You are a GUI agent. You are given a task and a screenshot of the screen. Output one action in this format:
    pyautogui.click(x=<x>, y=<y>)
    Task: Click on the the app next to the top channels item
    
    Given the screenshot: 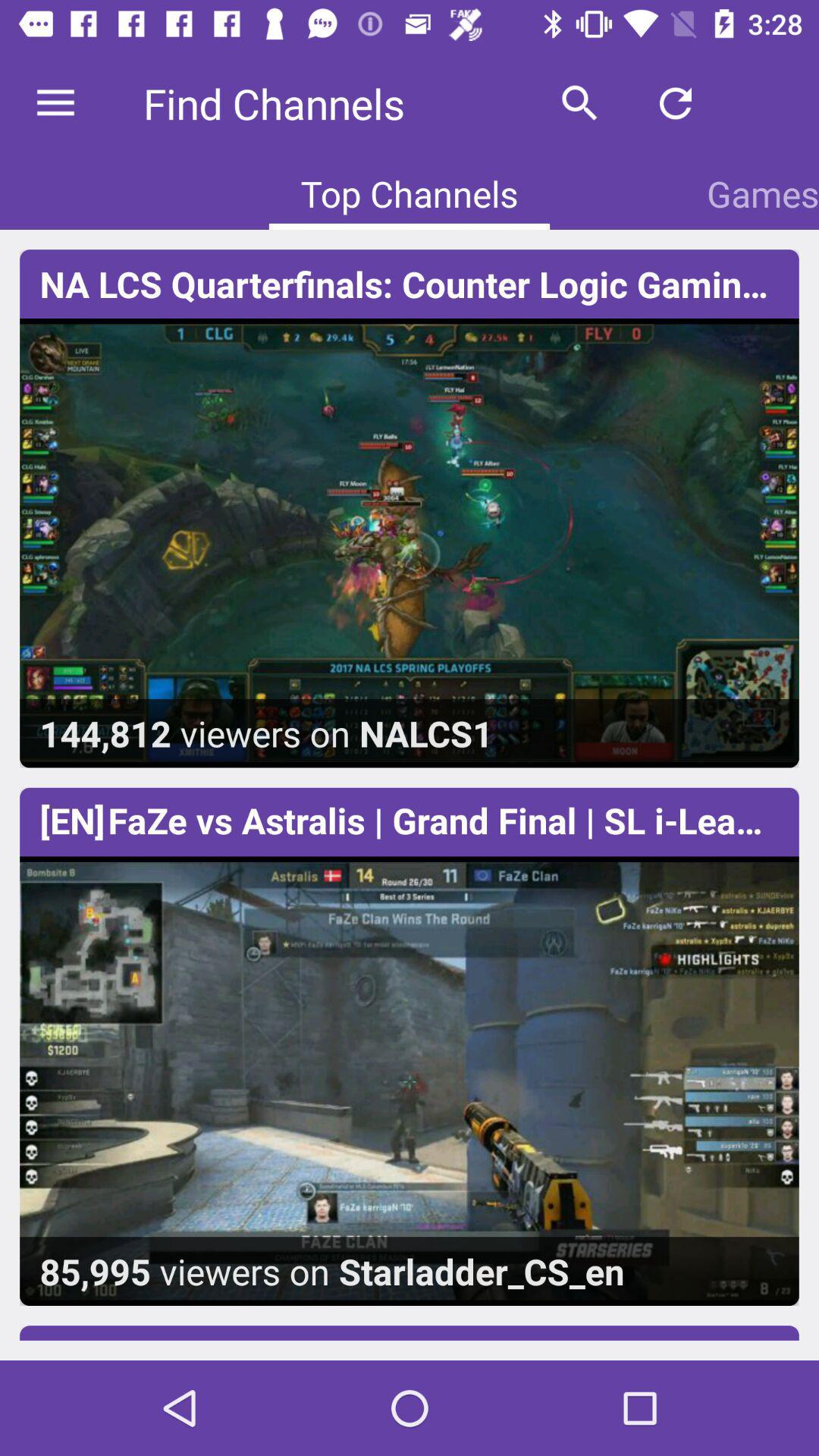 What is the action you would take?
    pyautogui.click(x=763, y=193)
    